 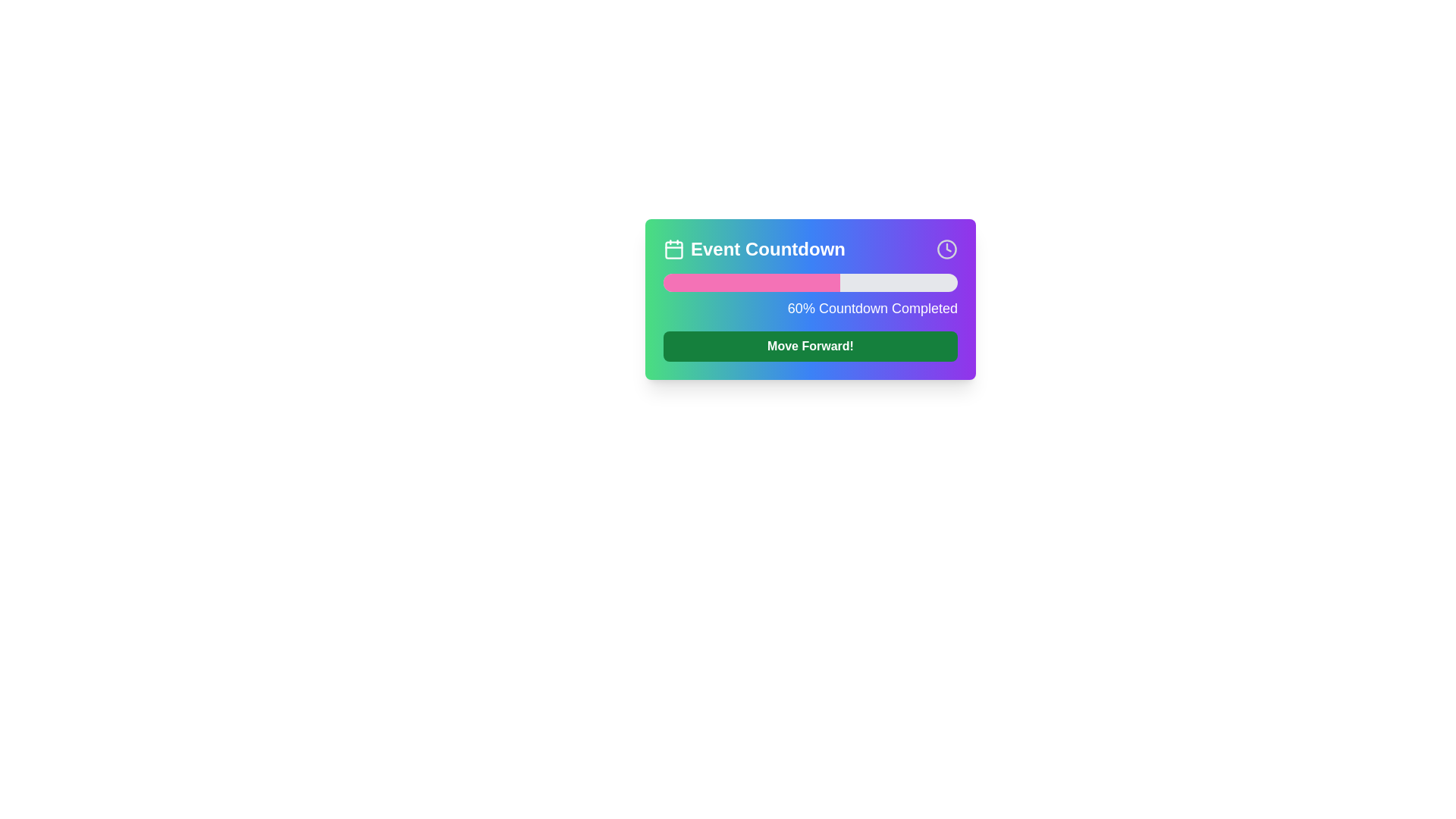 What do you see at coordinates (810, 346) in the screenshot?
I see `the call-to-action button located at the bottom of the gradient-styled panel` at bounding box center [810, 346].